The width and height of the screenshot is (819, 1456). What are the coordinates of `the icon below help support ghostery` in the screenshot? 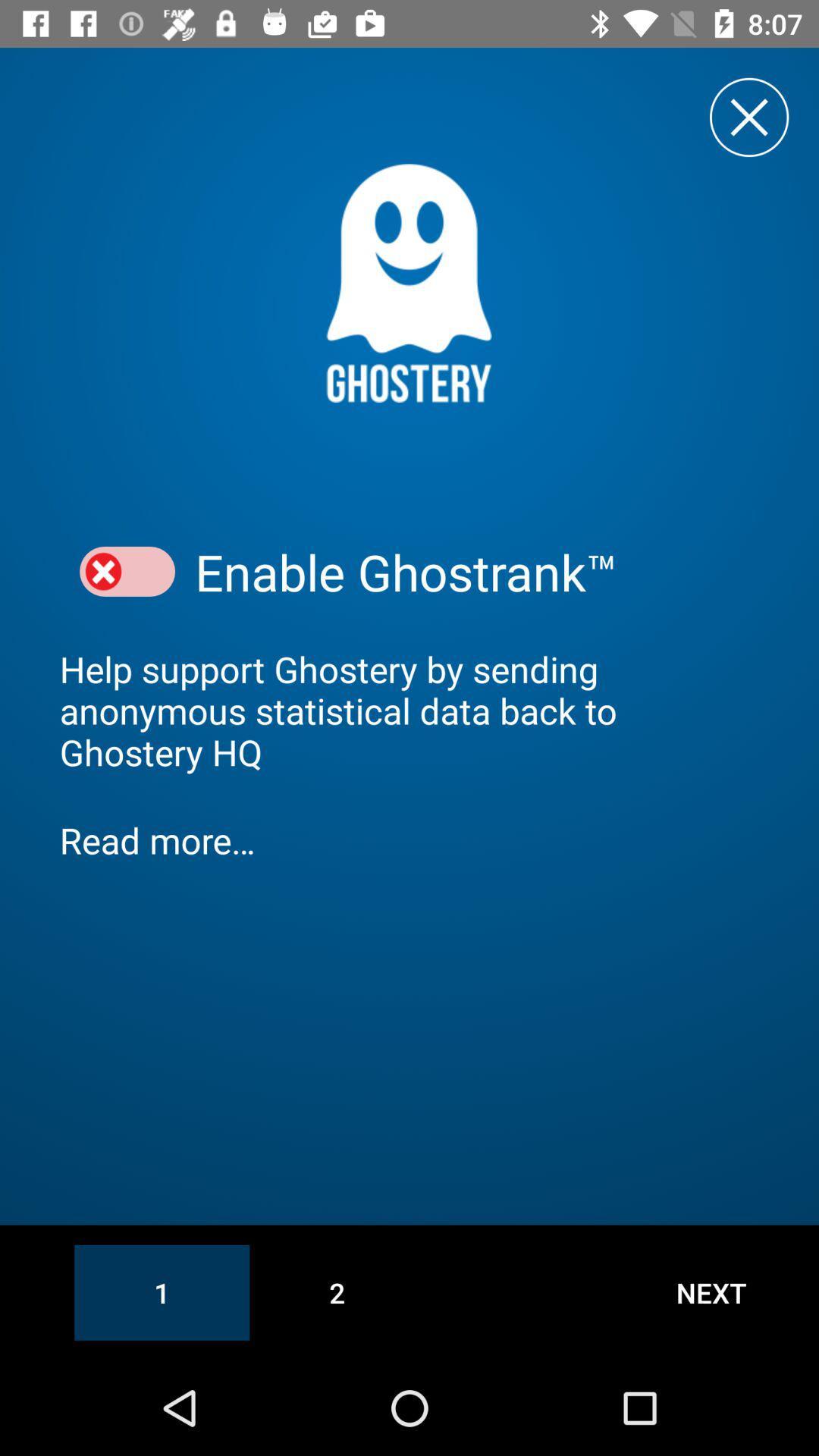 It's located at (409, 839).